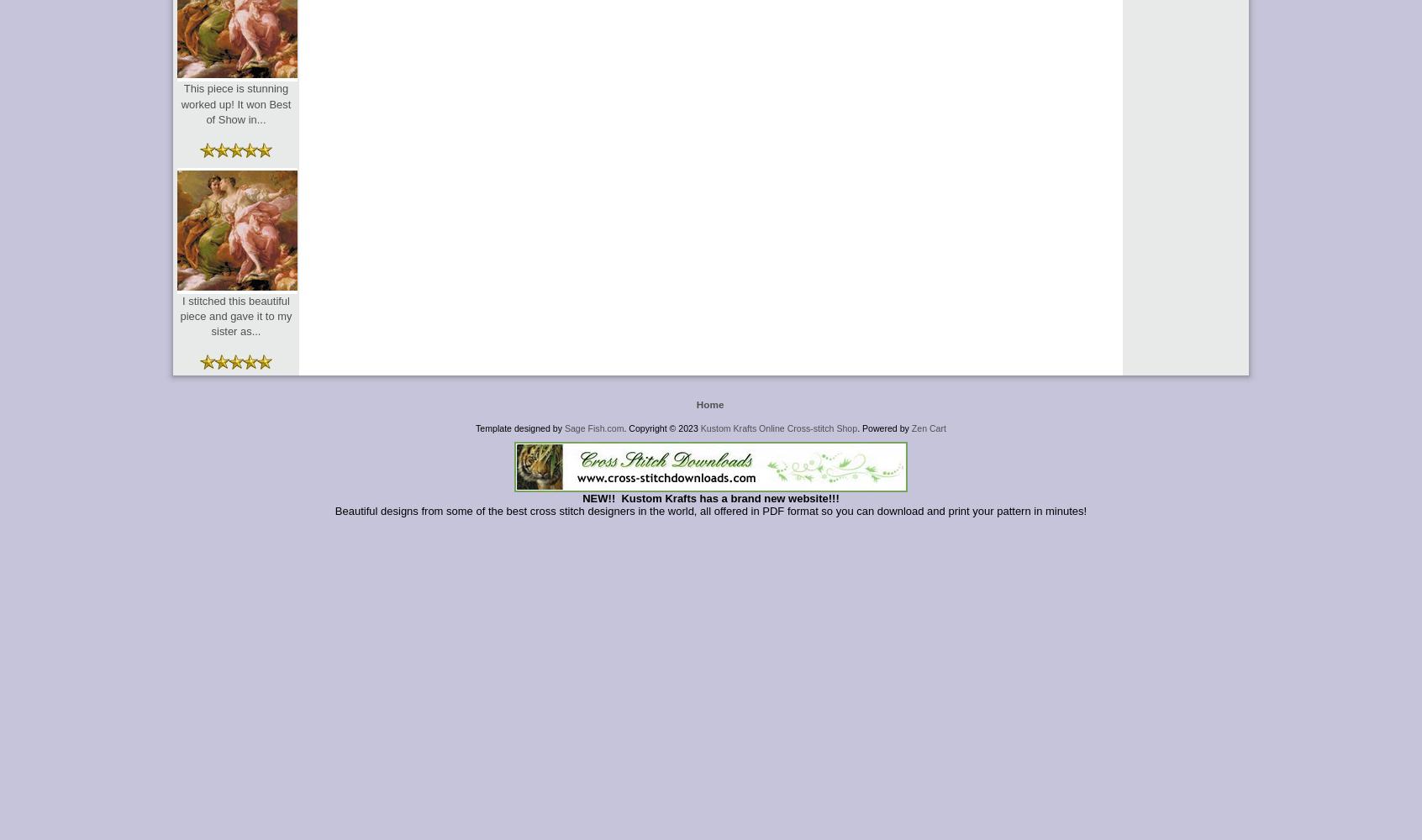 Image resolution: width=1422 pixels, height=840 pixels. I want to click on 'Home', so click(709, 402).